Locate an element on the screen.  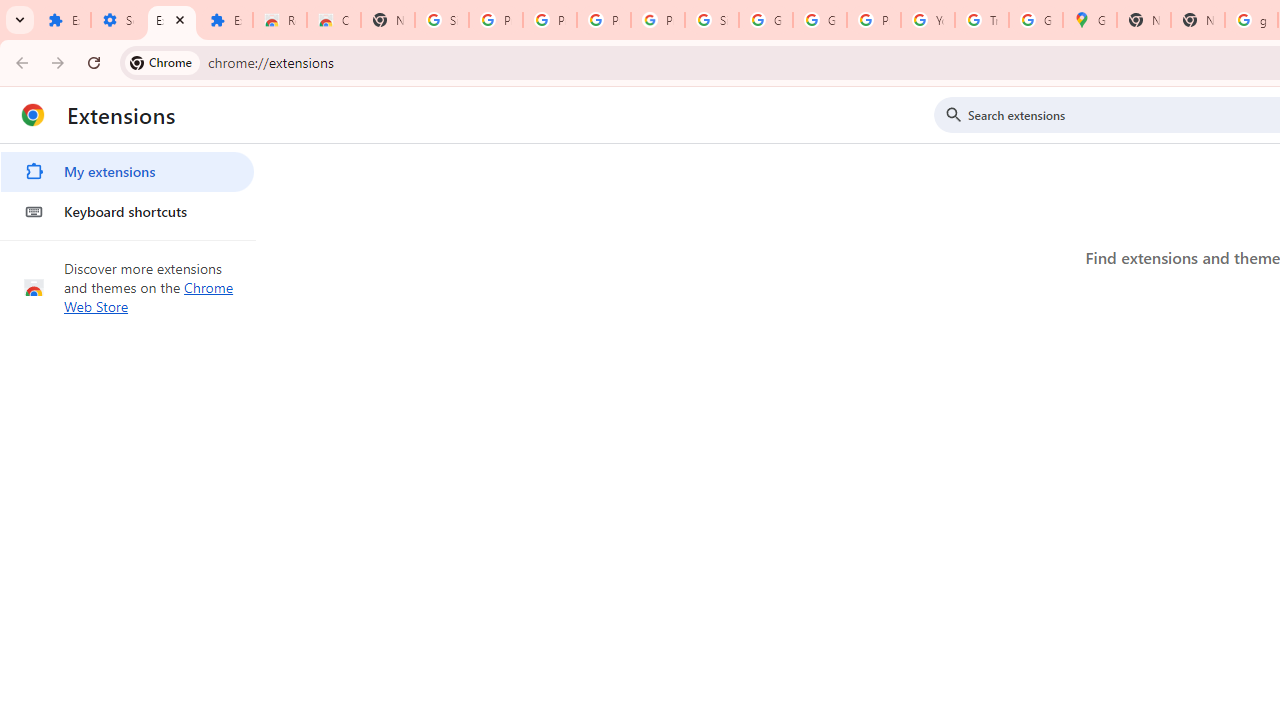
'New Tab' is located at coordinates (1198, 20).